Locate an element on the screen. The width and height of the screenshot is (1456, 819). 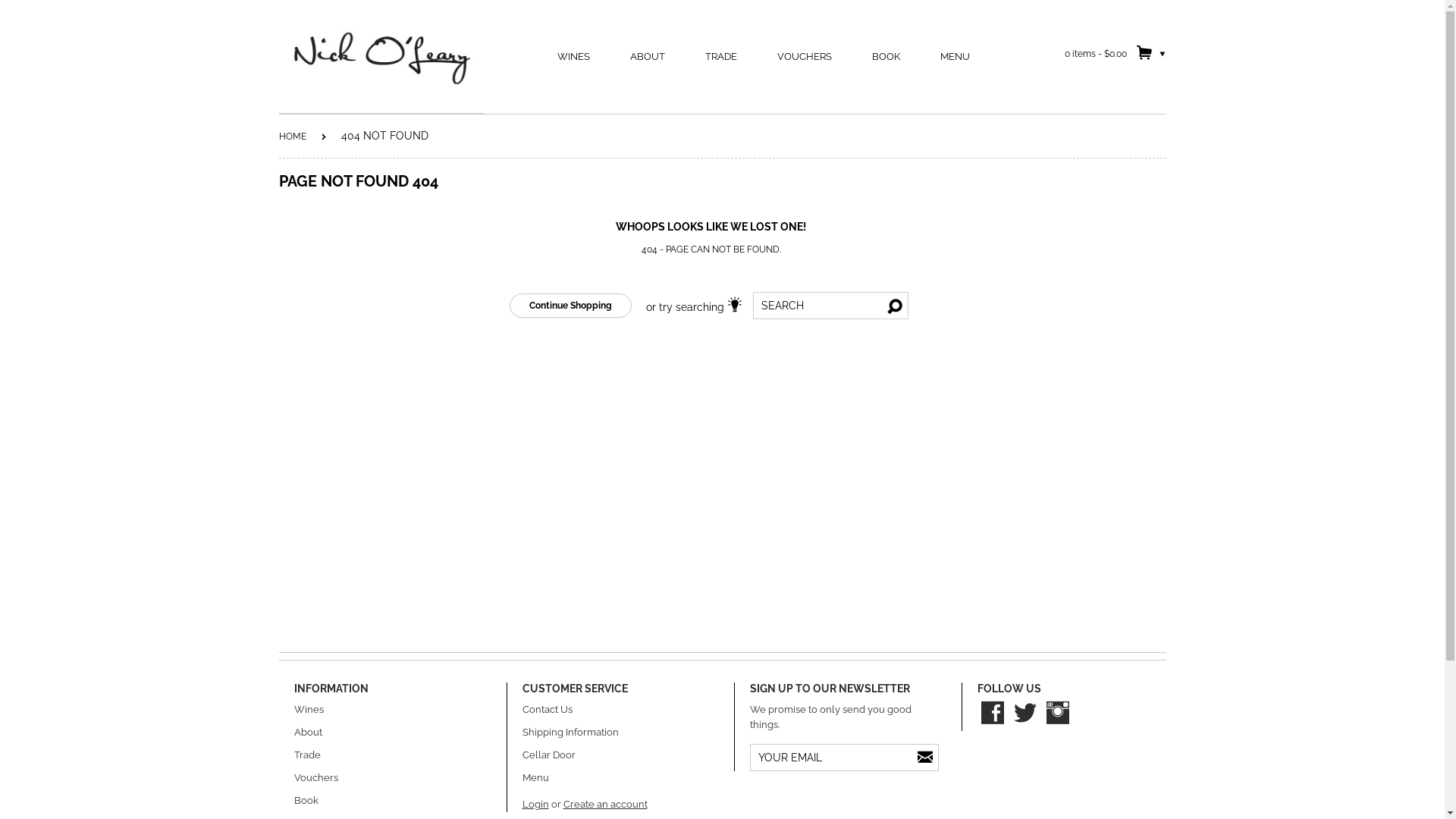
'Contact Us' is located at coordinates (521, 709).